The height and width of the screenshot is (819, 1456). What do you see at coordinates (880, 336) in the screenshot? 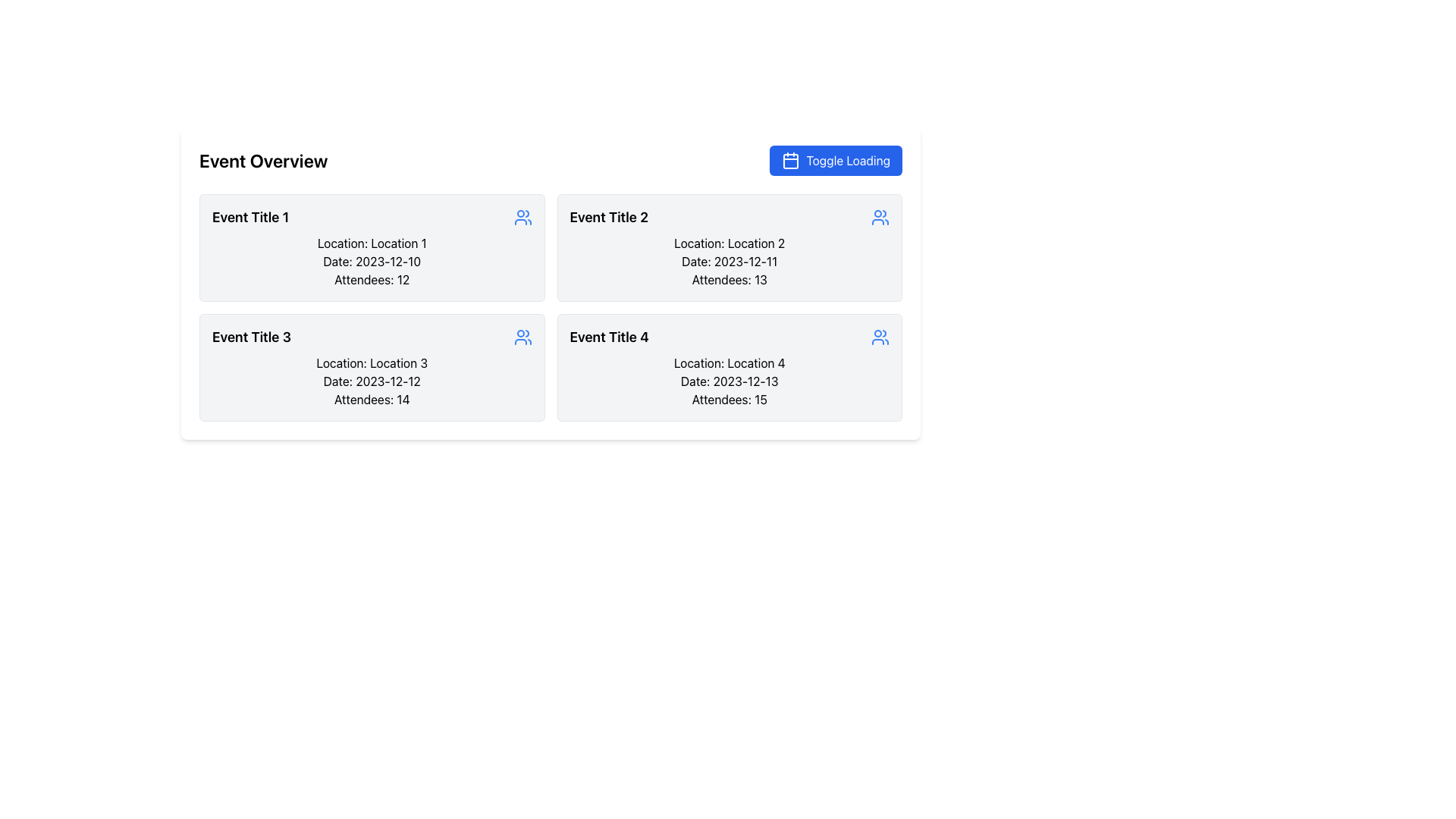
I see `the icon located to the right of the 'Event Title 4' text` at bounding box center [880, 336].